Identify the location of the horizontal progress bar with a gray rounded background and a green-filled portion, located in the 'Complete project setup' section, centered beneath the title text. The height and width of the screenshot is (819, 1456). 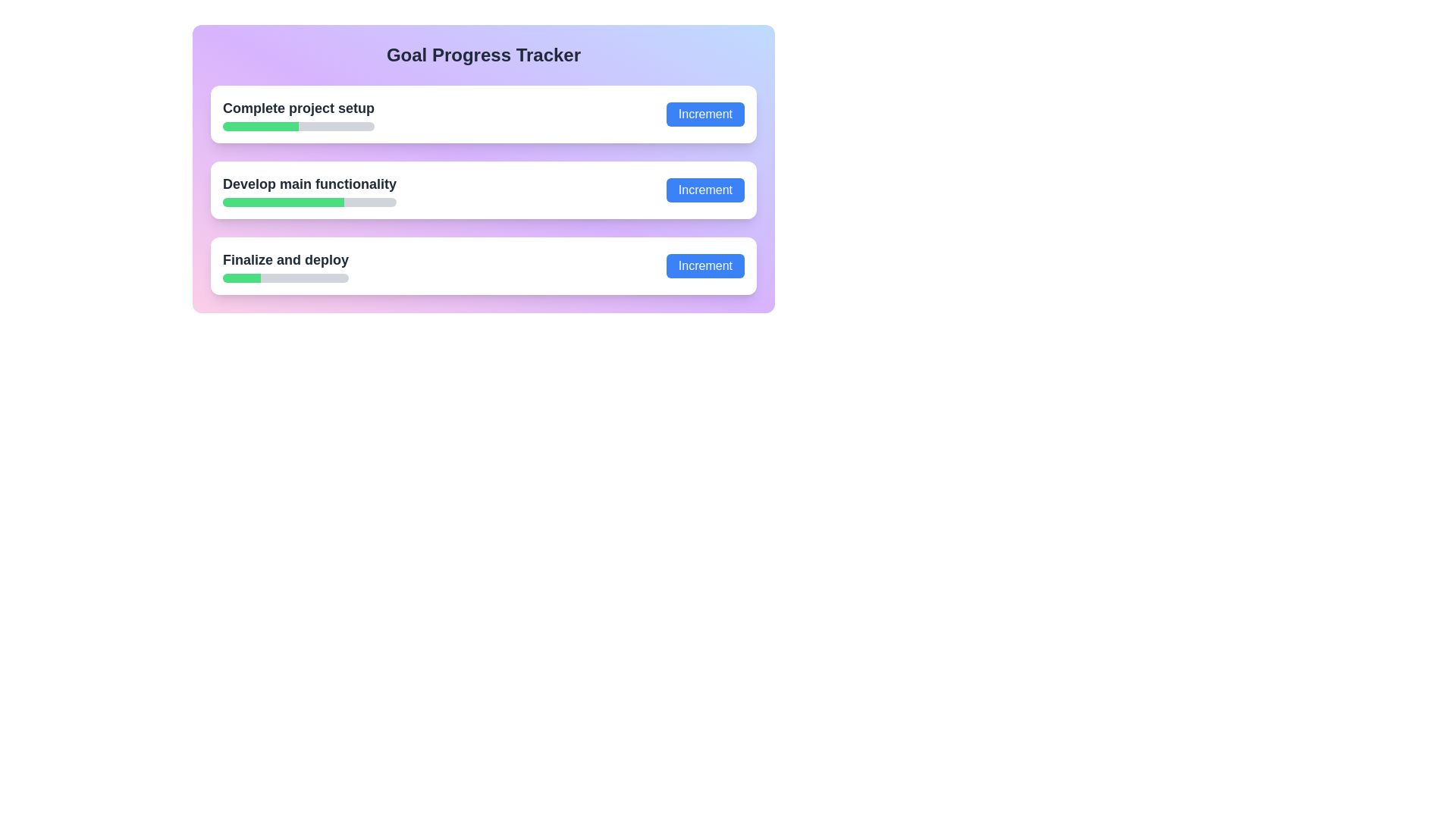
(298, 125).